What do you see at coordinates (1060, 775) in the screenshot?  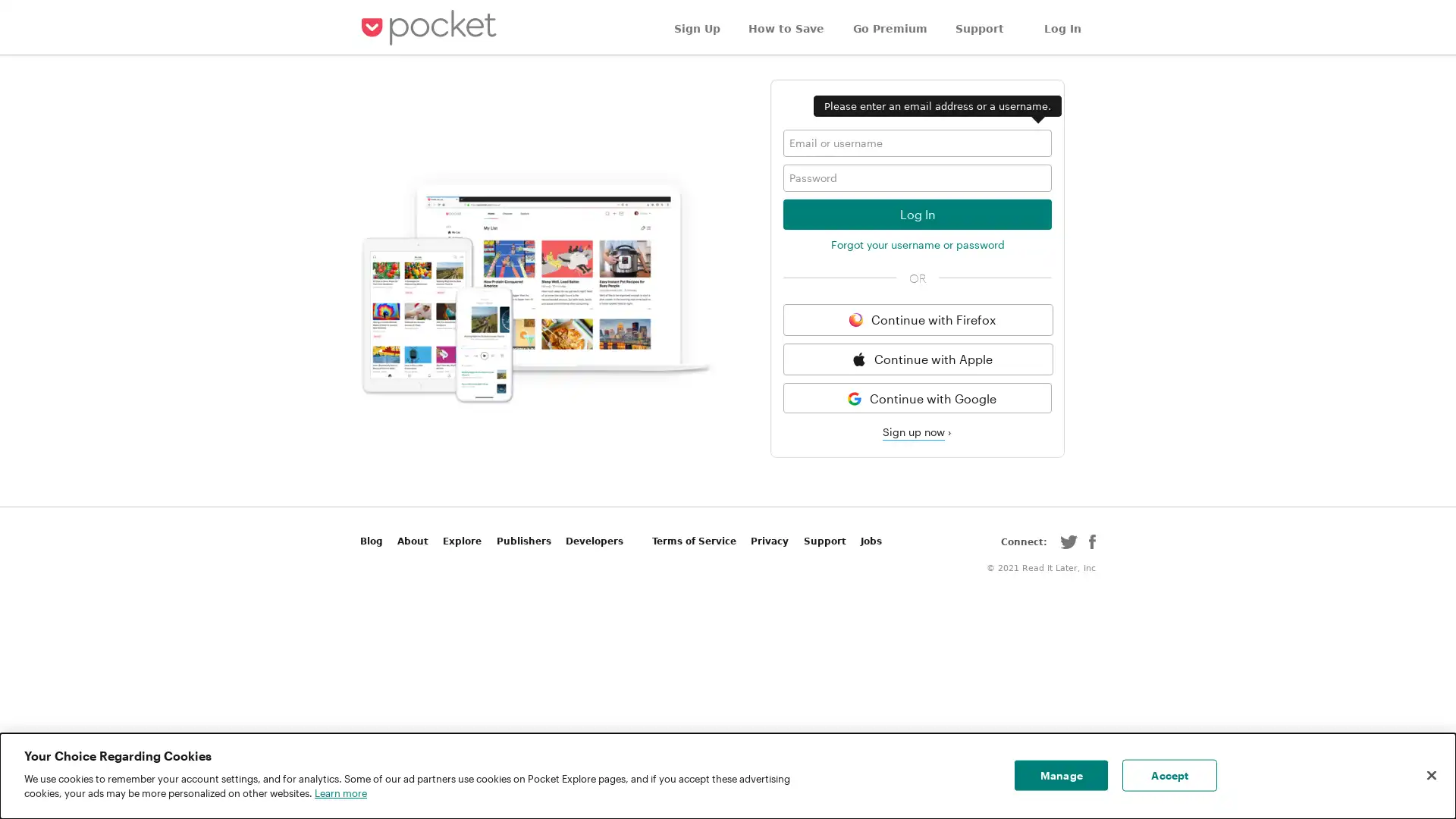 I see `Manage` at bounding box center [1060, 775].